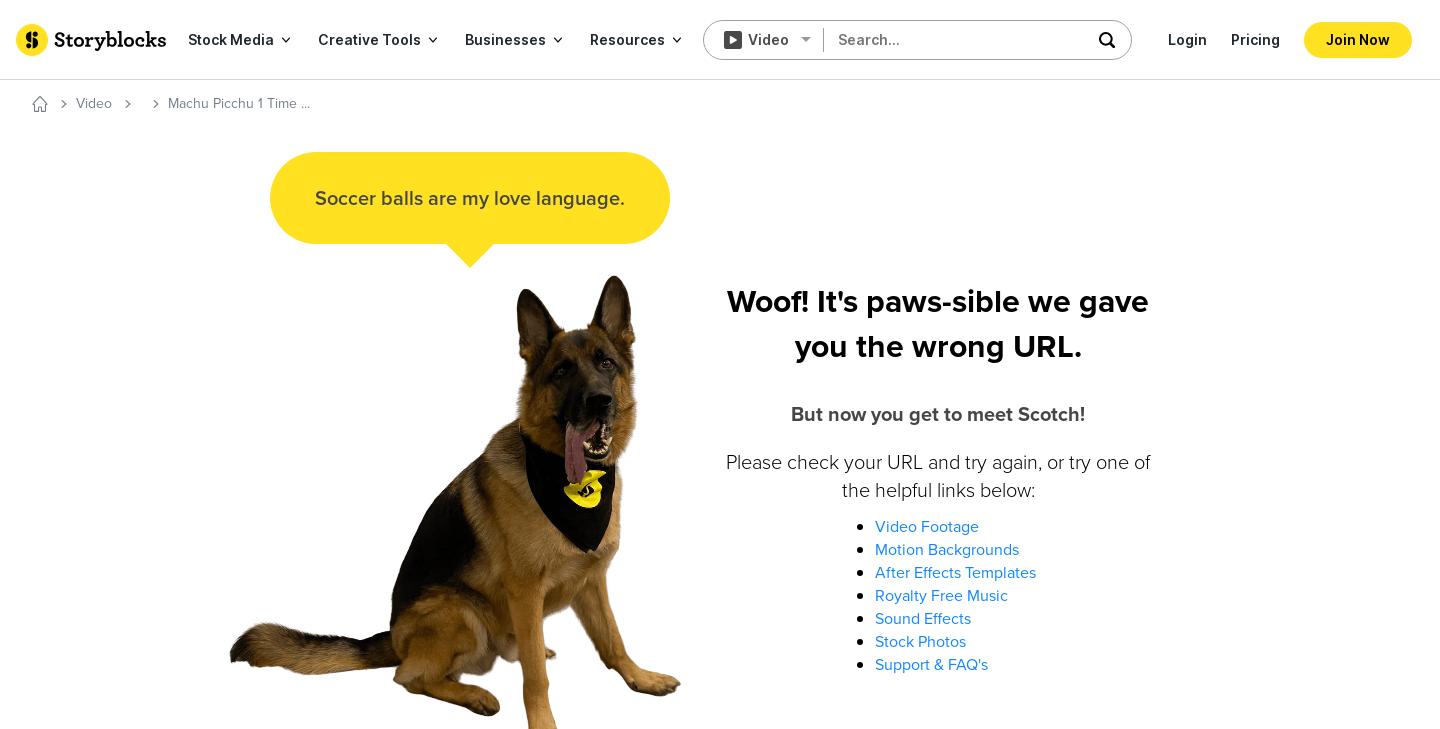  I want to click on 'Support & FAQ's', so click(873, 664).